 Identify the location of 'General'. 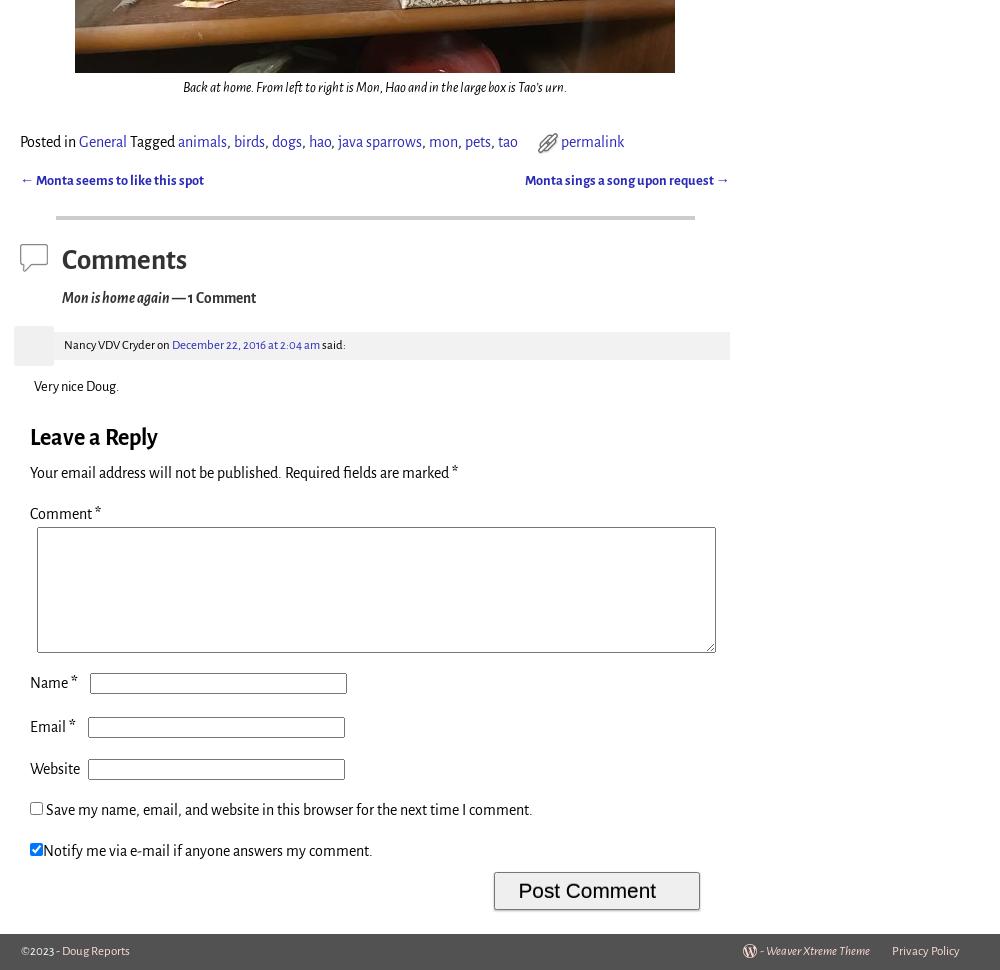
(102, 142).